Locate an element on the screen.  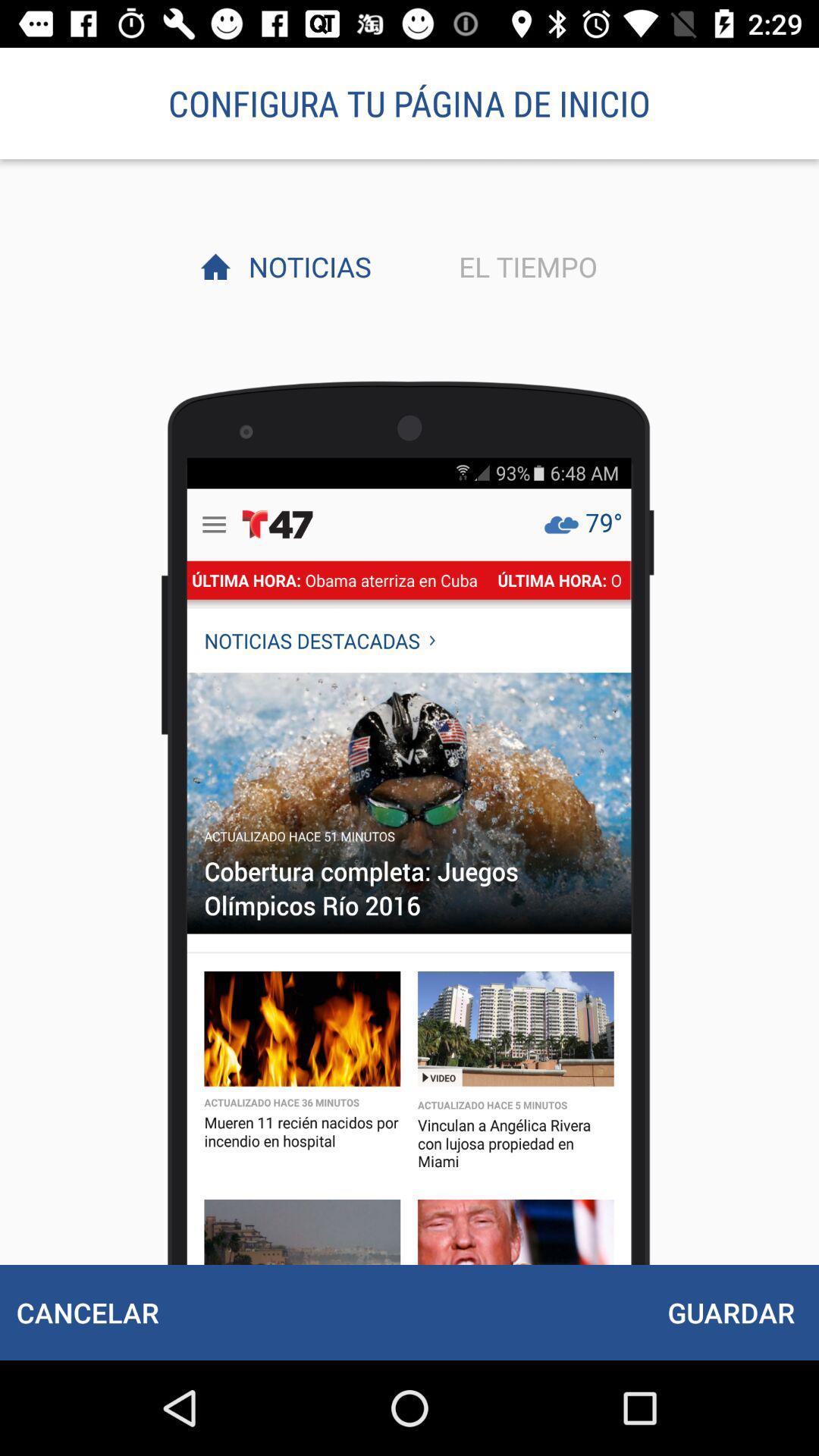
item next to guardar is located at coordinates (87, 1312).